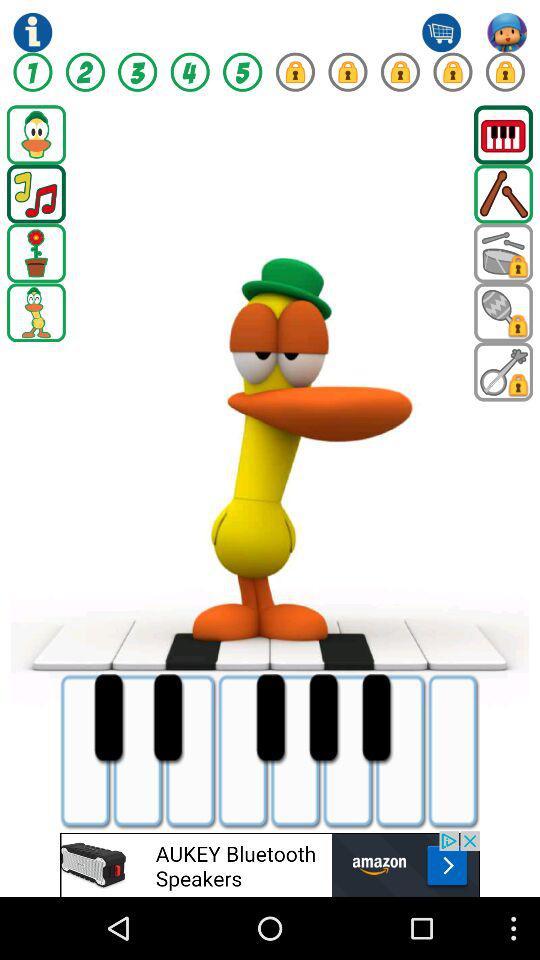  What do you see at coordinates (502, 334) in the screenshot?
I see `the search icon` at bounding box center [502, 334].